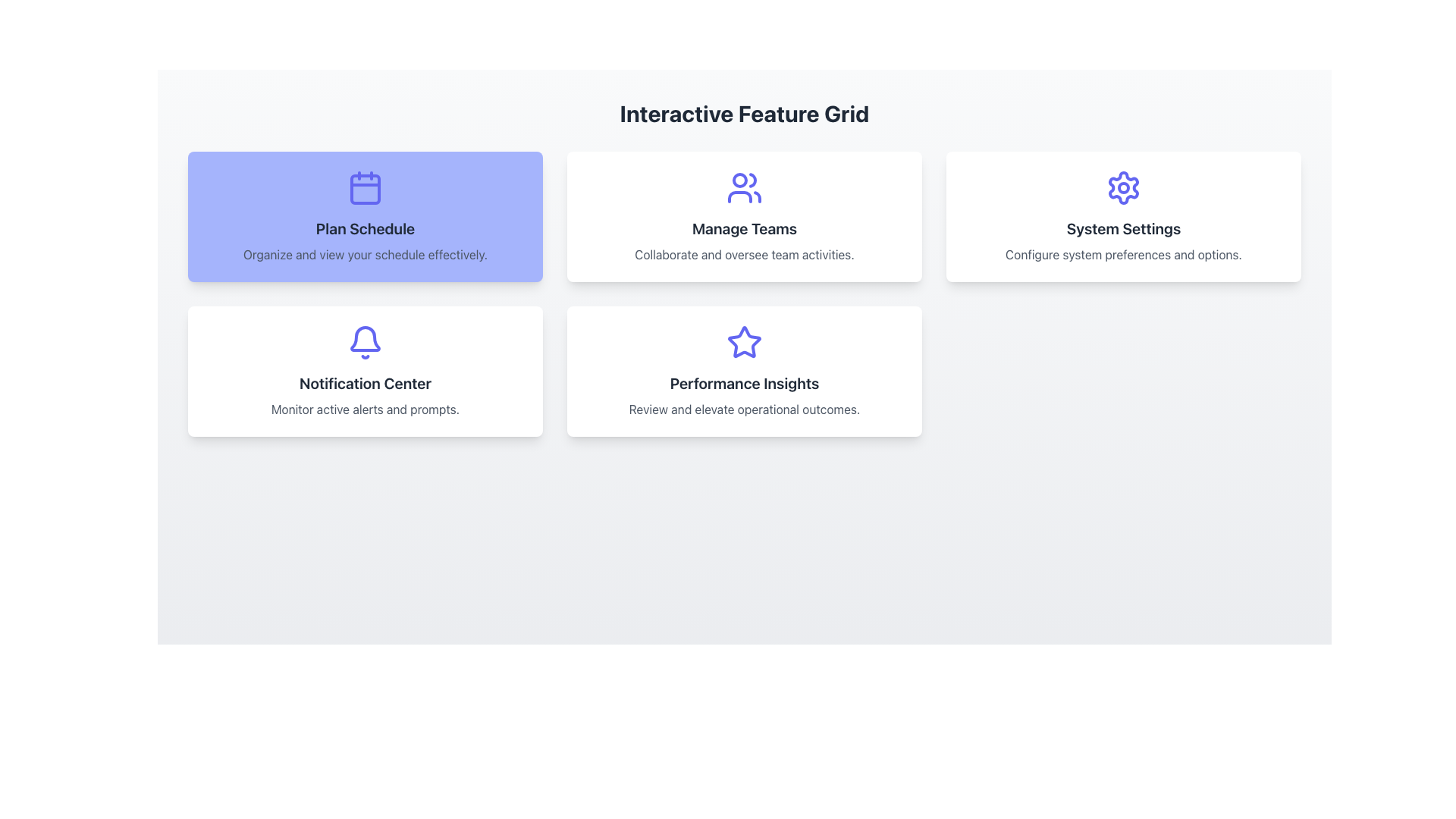 This screenshot has width=1456, height=819. Describe the element at coordinates (365, 216) in the screenshot. I see `the first interactive card in the grid layout` at that location.